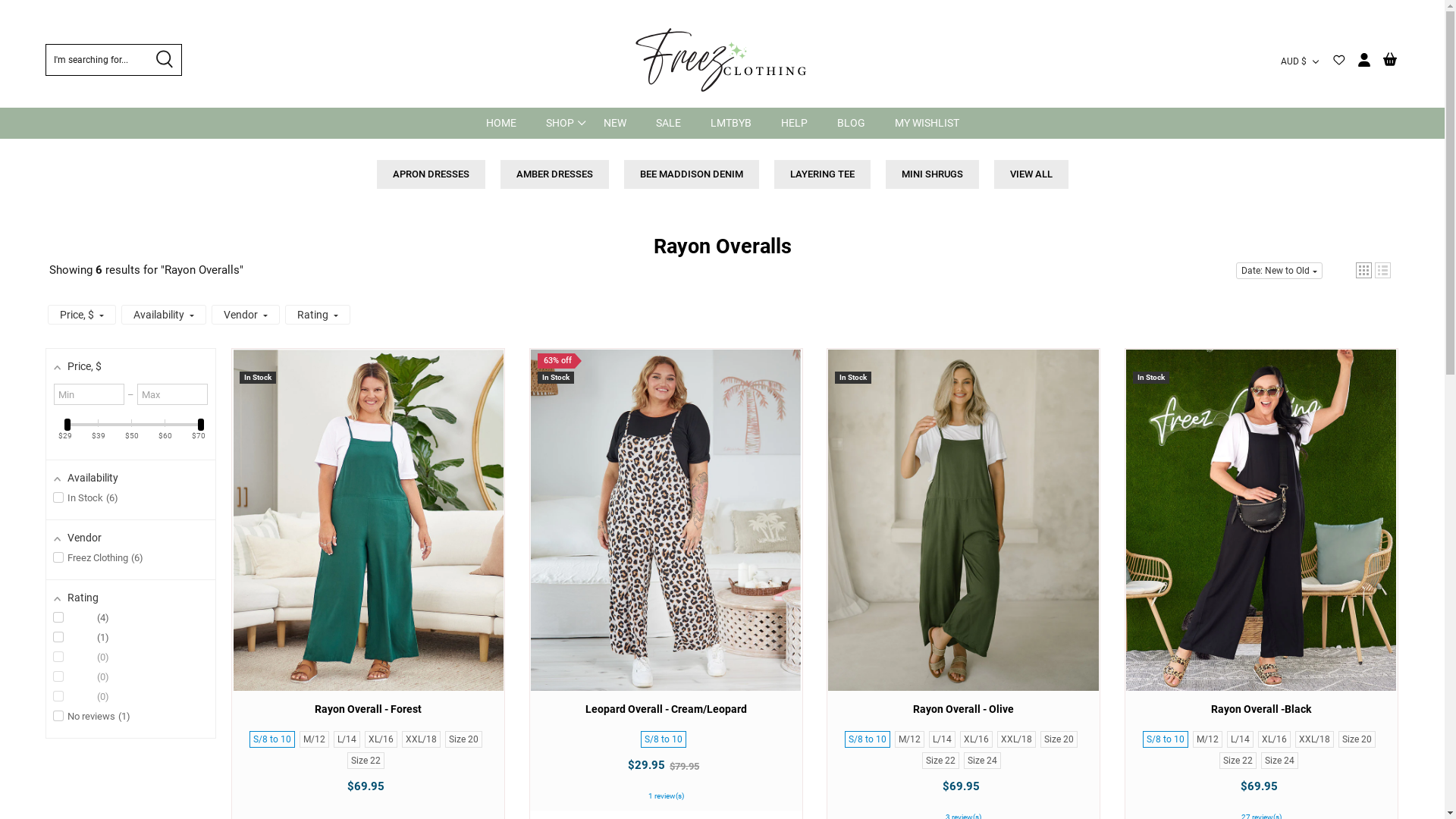 This screenshot has height=819, width=1456. I want to click on 'Freez Clothing', so click(722, 59).